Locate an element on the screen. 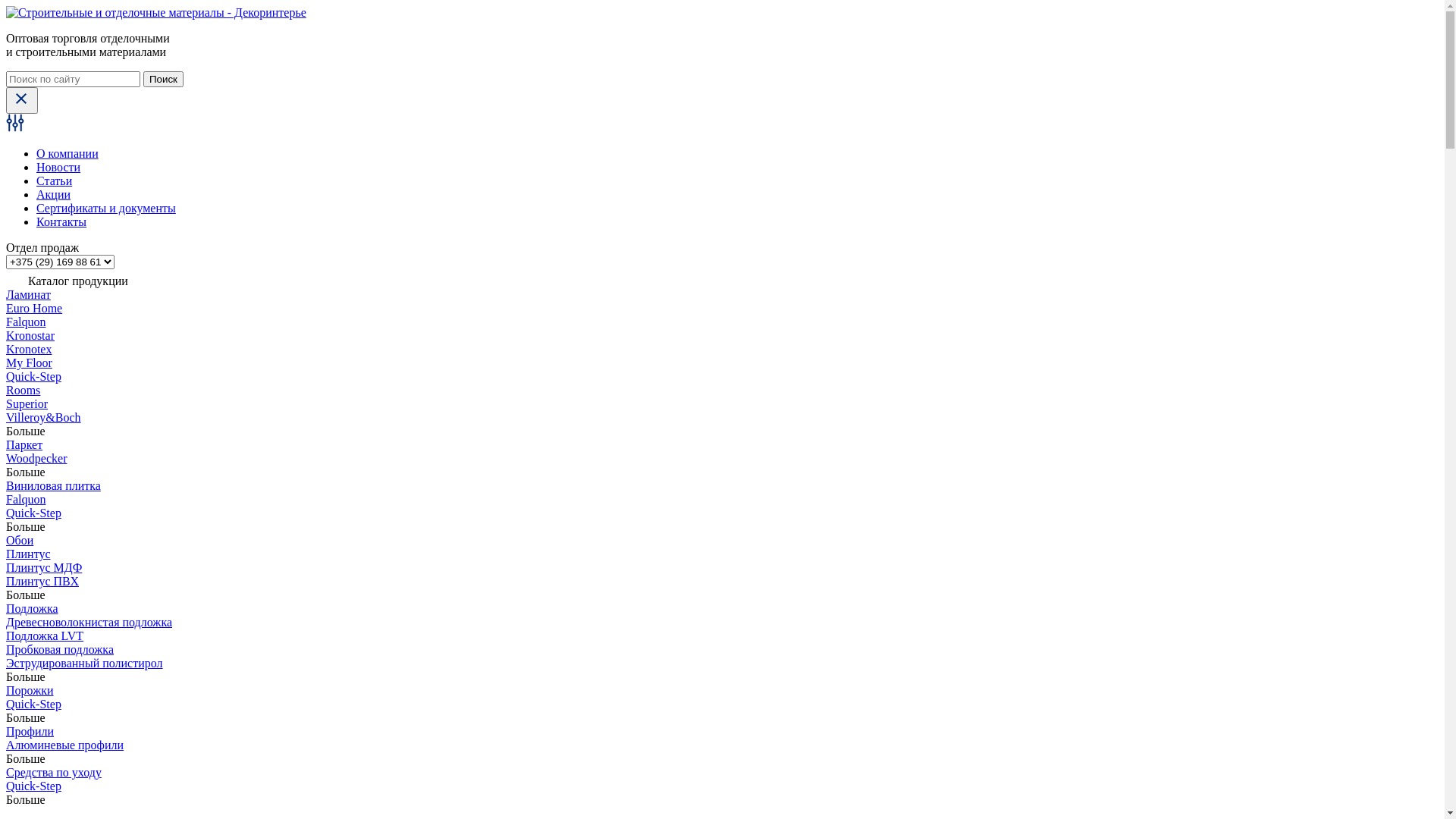 The height and width of the screenshot is (819, 1456). 'Falquon' is located at coordinates (25, 321).